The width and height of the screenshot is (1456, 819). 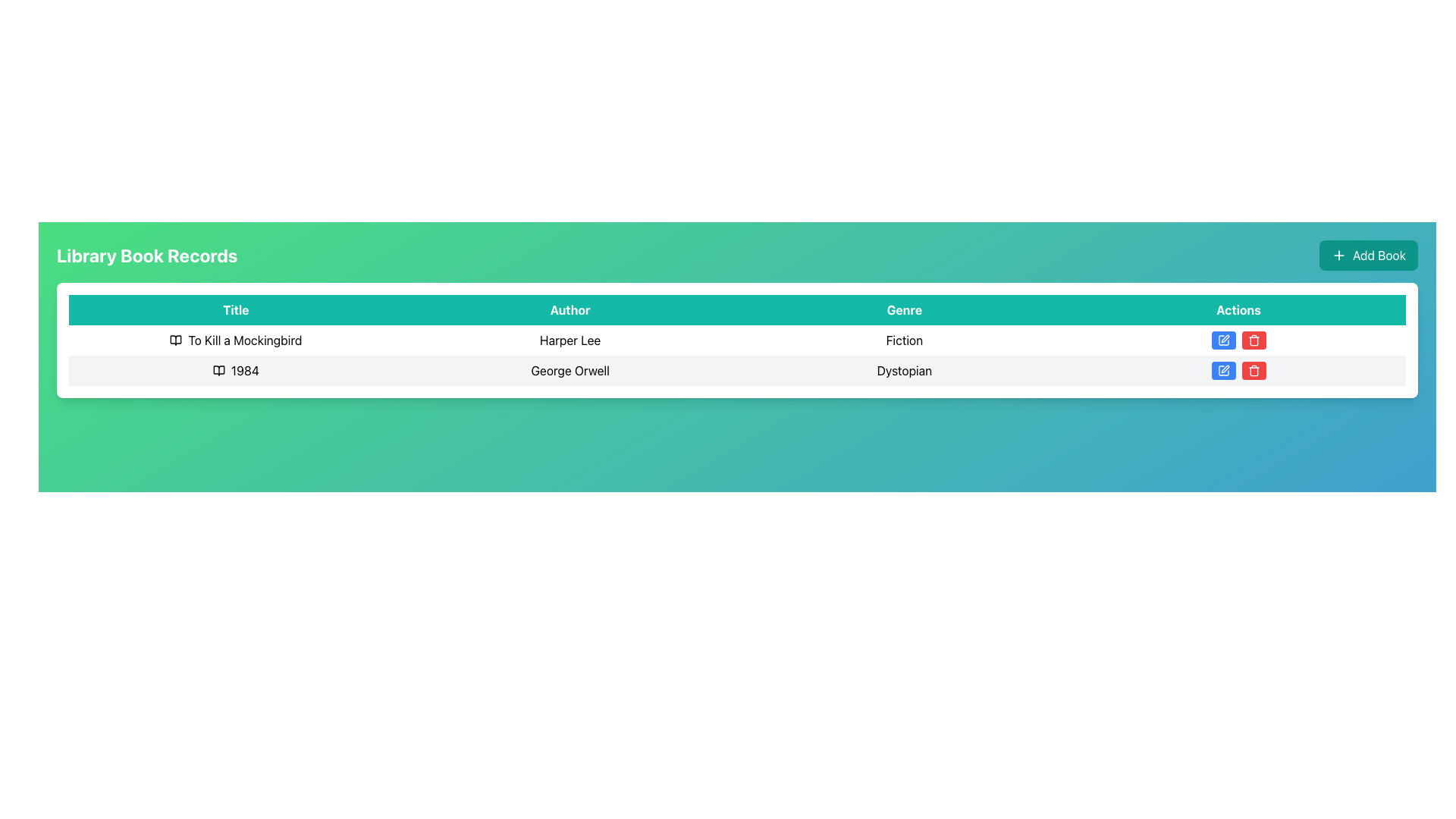 I want to click on the Text Label with Icon displaying the title '1984', which includes a book icon to the left, to interact with associated components, so click(x=235, y=371).